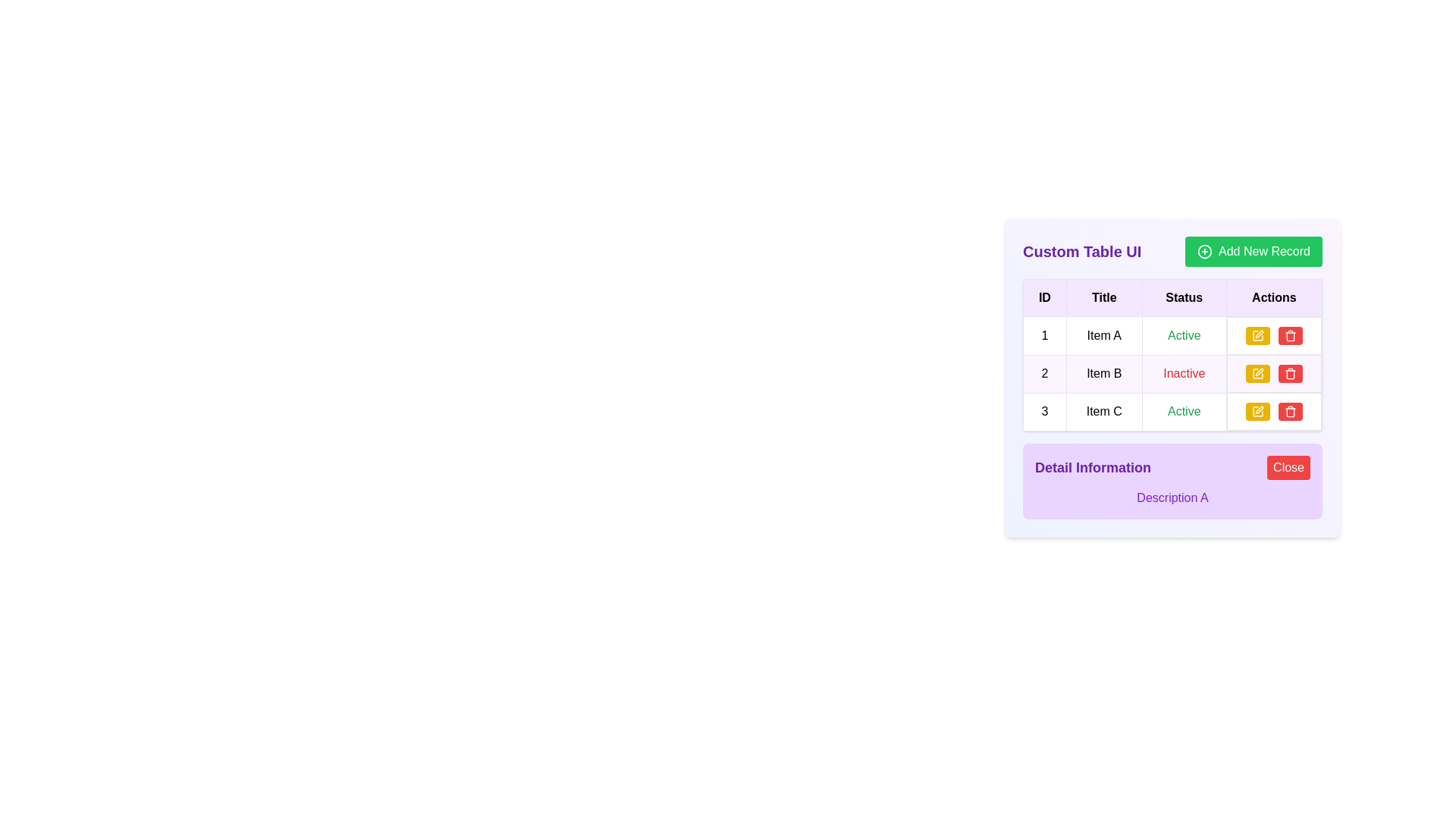 The image size is (1456, 819). Describe the element at coordinates (1274, 335) in the screenshot. I see `the edit button with a yellow background and a pencil icon in the Actions column of the first row corresponding to 'Item A' to modify the record` at that location.